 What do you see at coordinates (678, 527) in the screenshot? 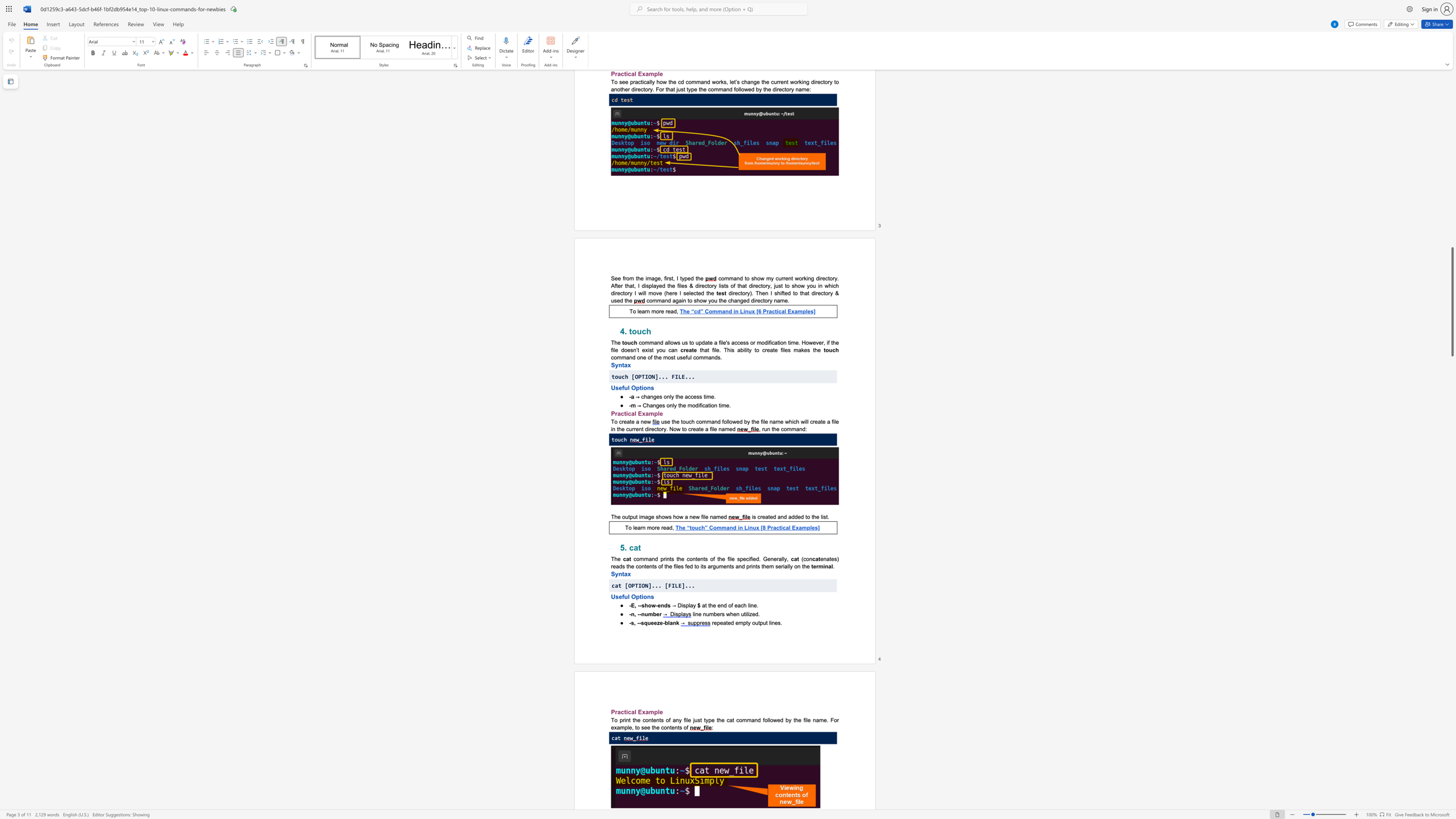
I see `the subset text "he “touch” Comm" within the text "The “touch” Command in Linux [8 Practical Examples]"` at bounding box center [678, 527].